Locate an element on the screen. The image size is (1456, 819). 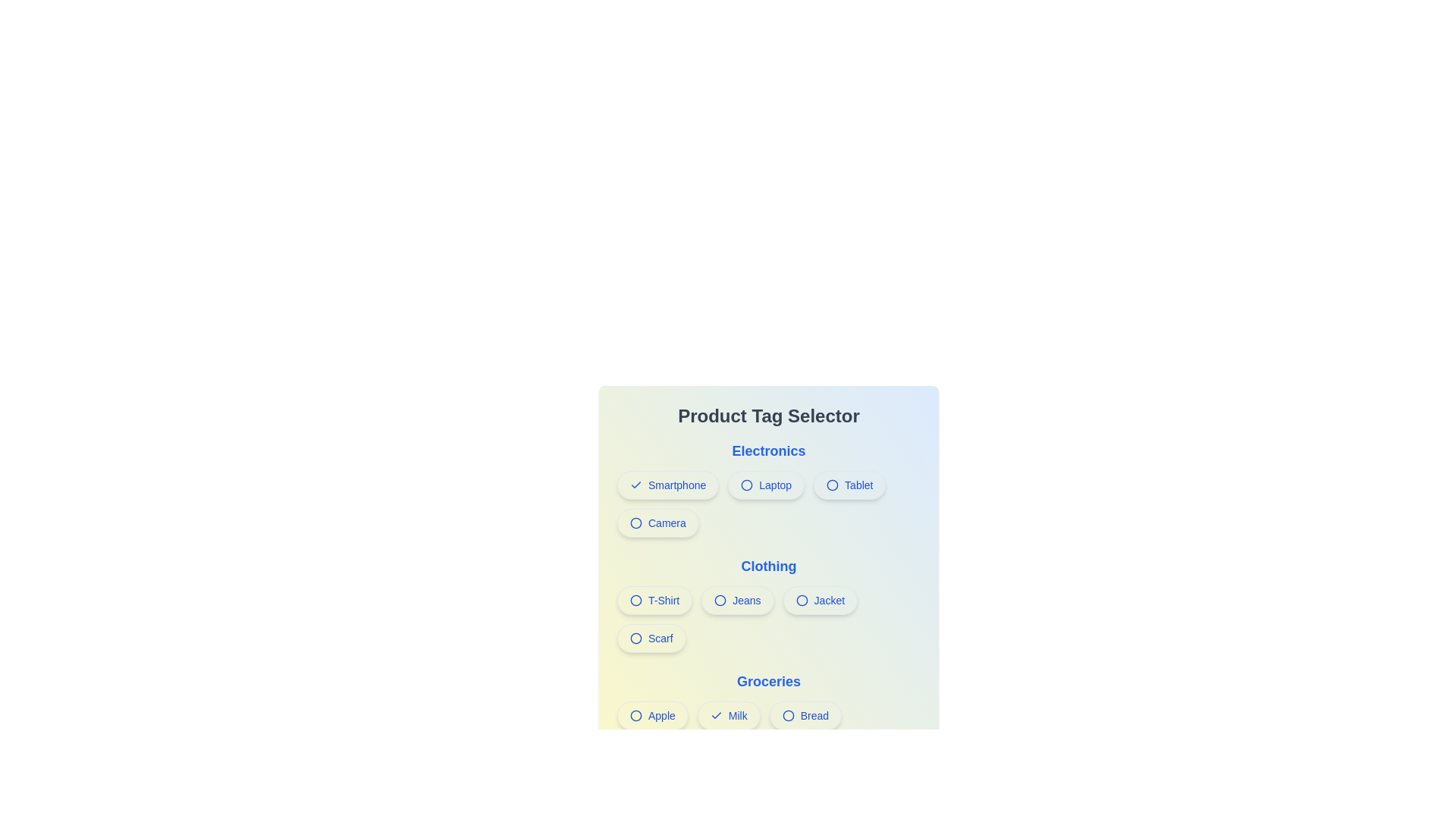
checkmark icon located in the top-left corner of the 'Smartphone' button in the 'Electronics' section of the 'Product Tag Selector' interface using a developer tool is located at coordinates (636, 485).